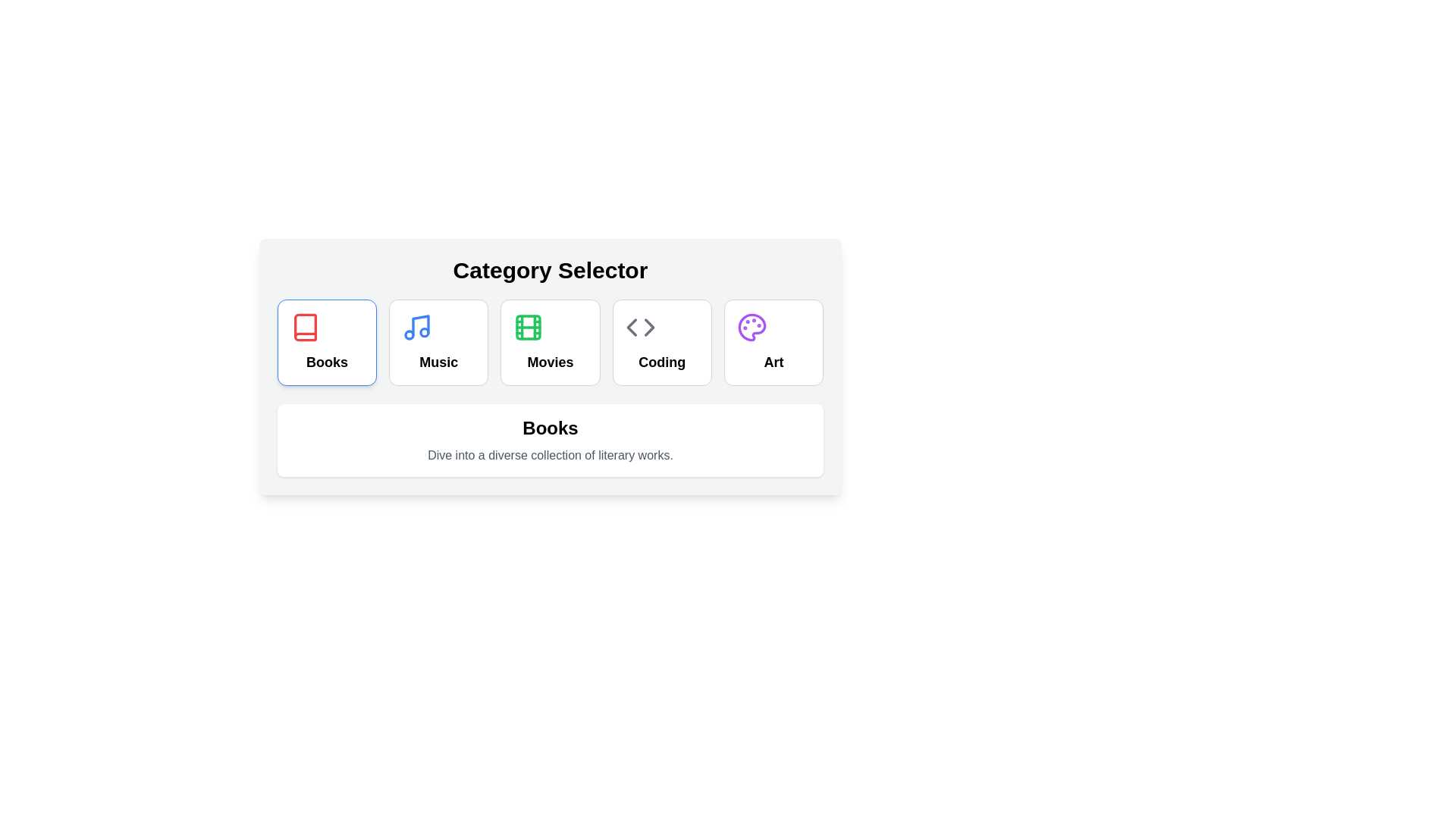 The width and height of the screenshot is (1456, 819). I want to click on the main circular palette graphic of the 'Art' category icon, so click(752, 327).